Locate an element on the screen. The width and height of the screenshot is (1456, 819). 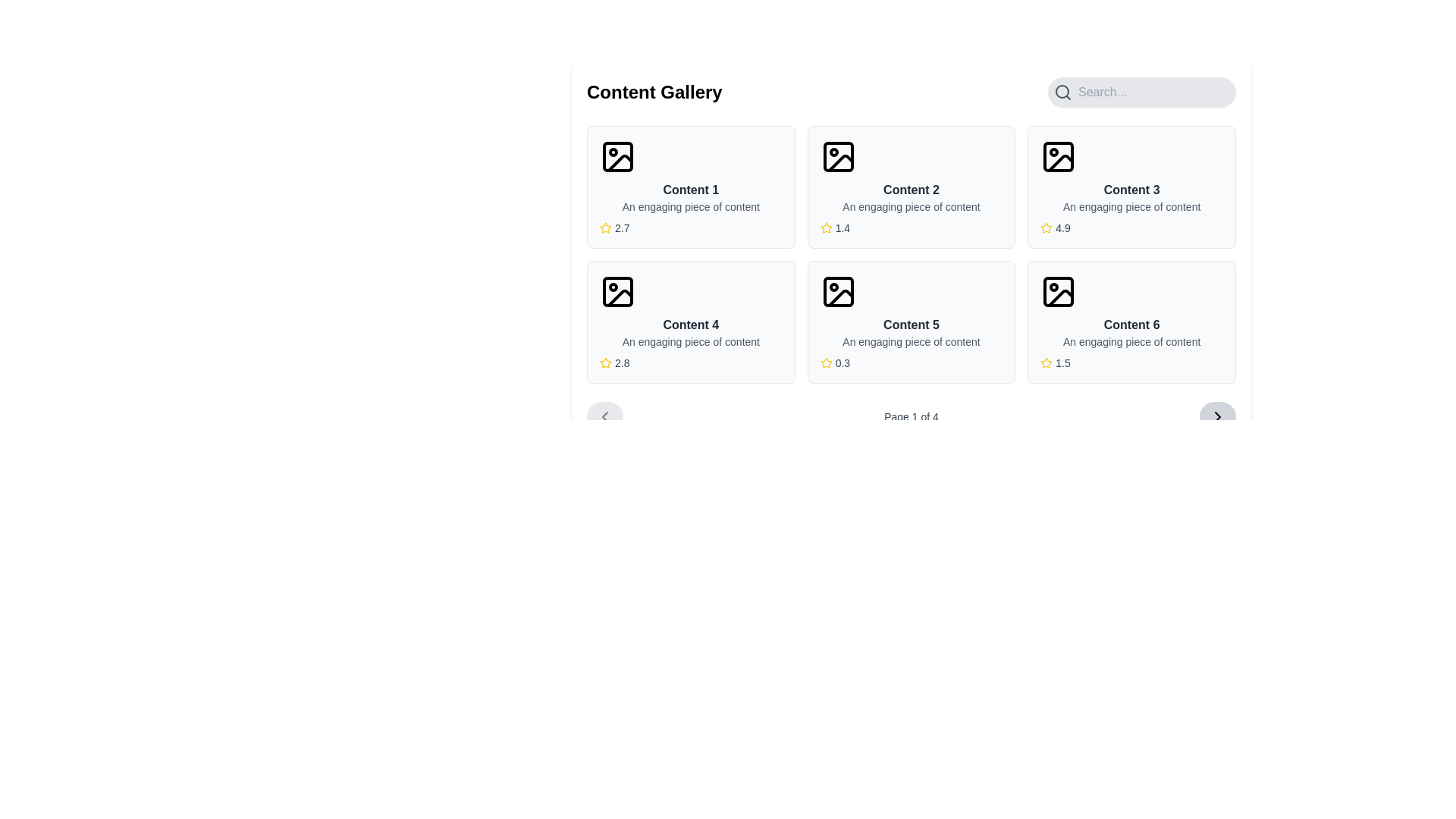
the circular graphical component of the search icon located in the top-right corner of the interface is located at coordinates (1062, 91).